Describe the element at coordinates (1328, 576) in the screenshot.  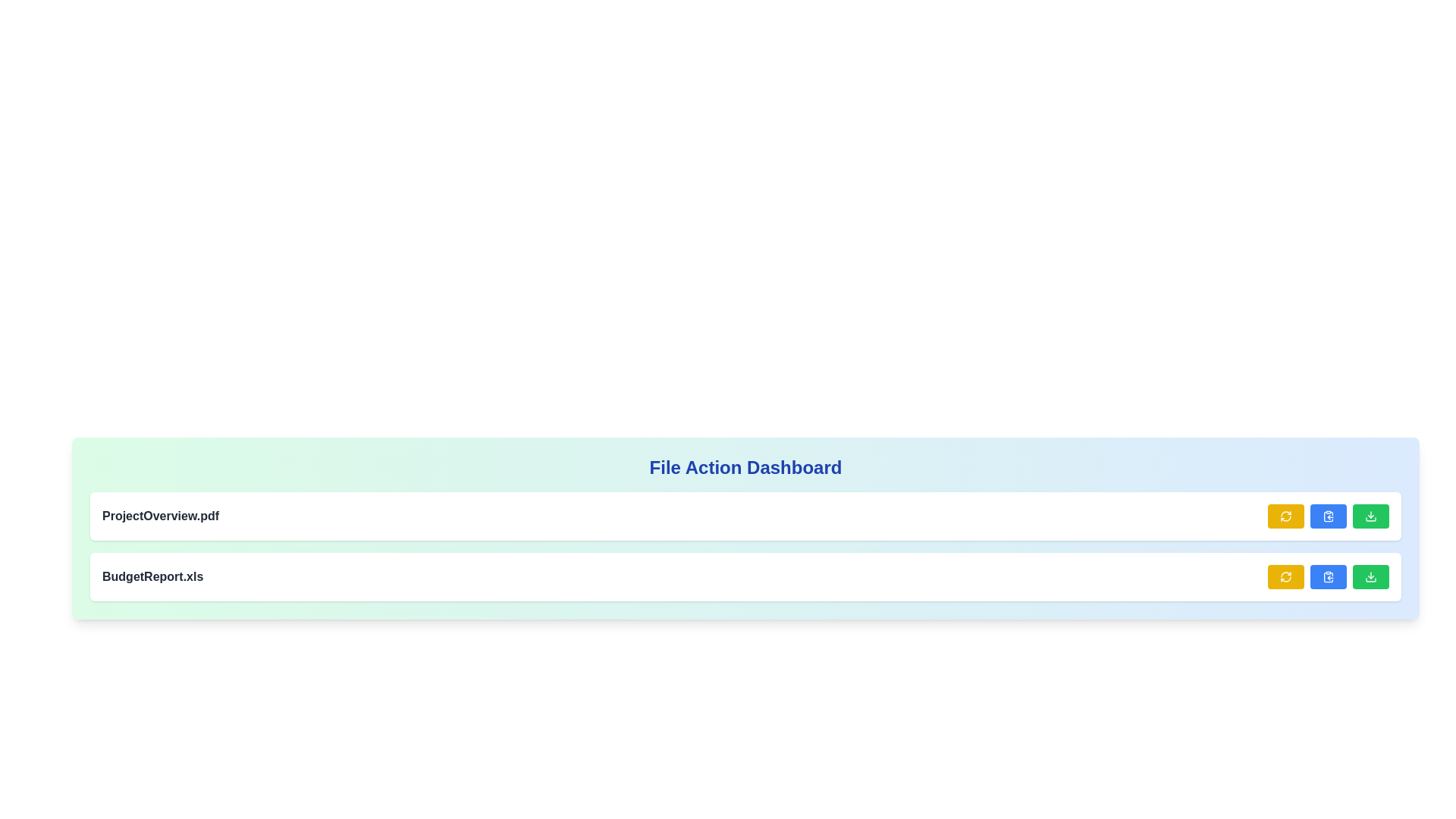
I see `the 'Copy to Clipboard' icon button located to the right of the second file entry 'BudgetReport.xls'` at that location.